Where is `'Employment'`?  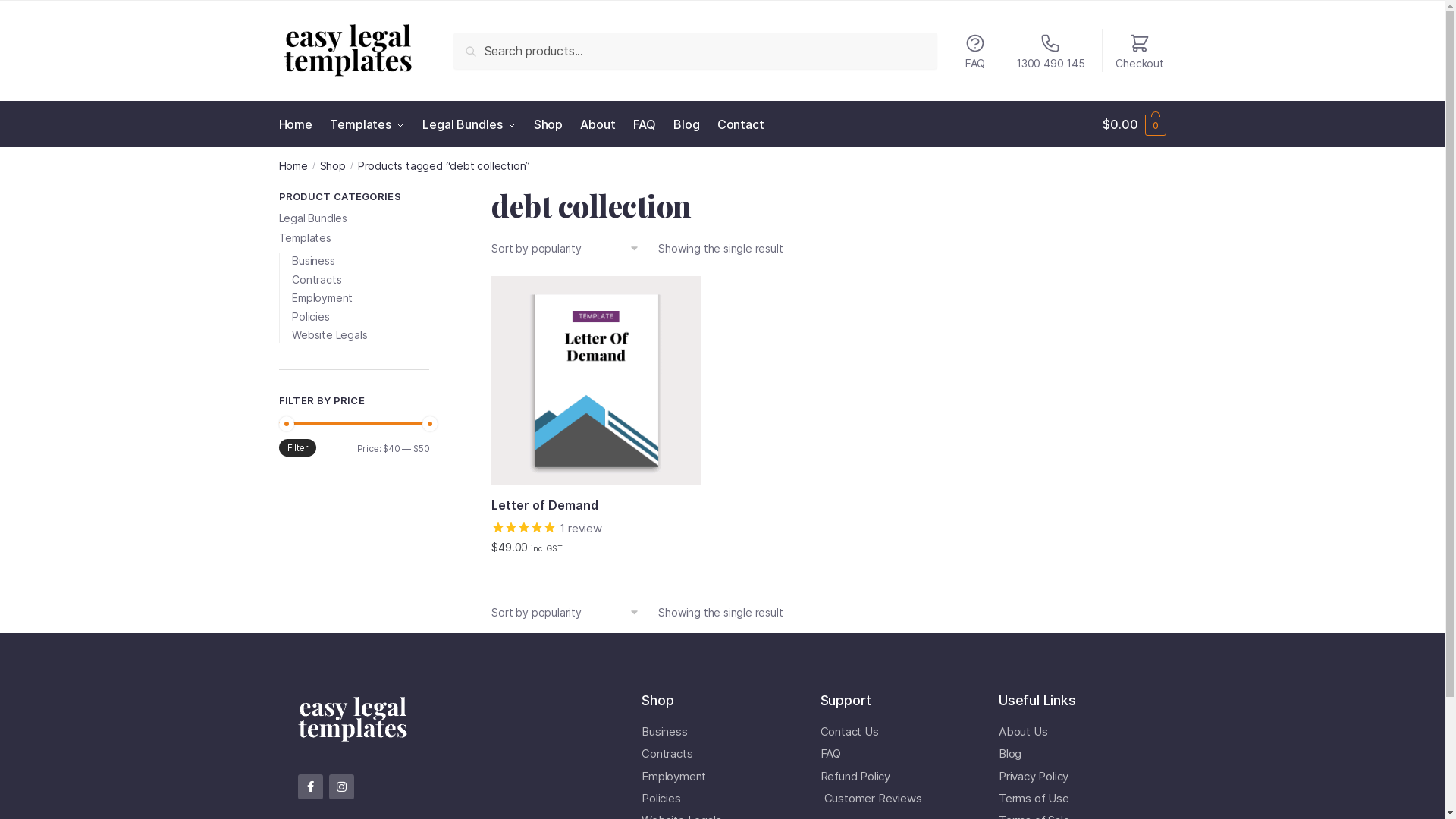 'Employment' is located at coordinates (641, 776).